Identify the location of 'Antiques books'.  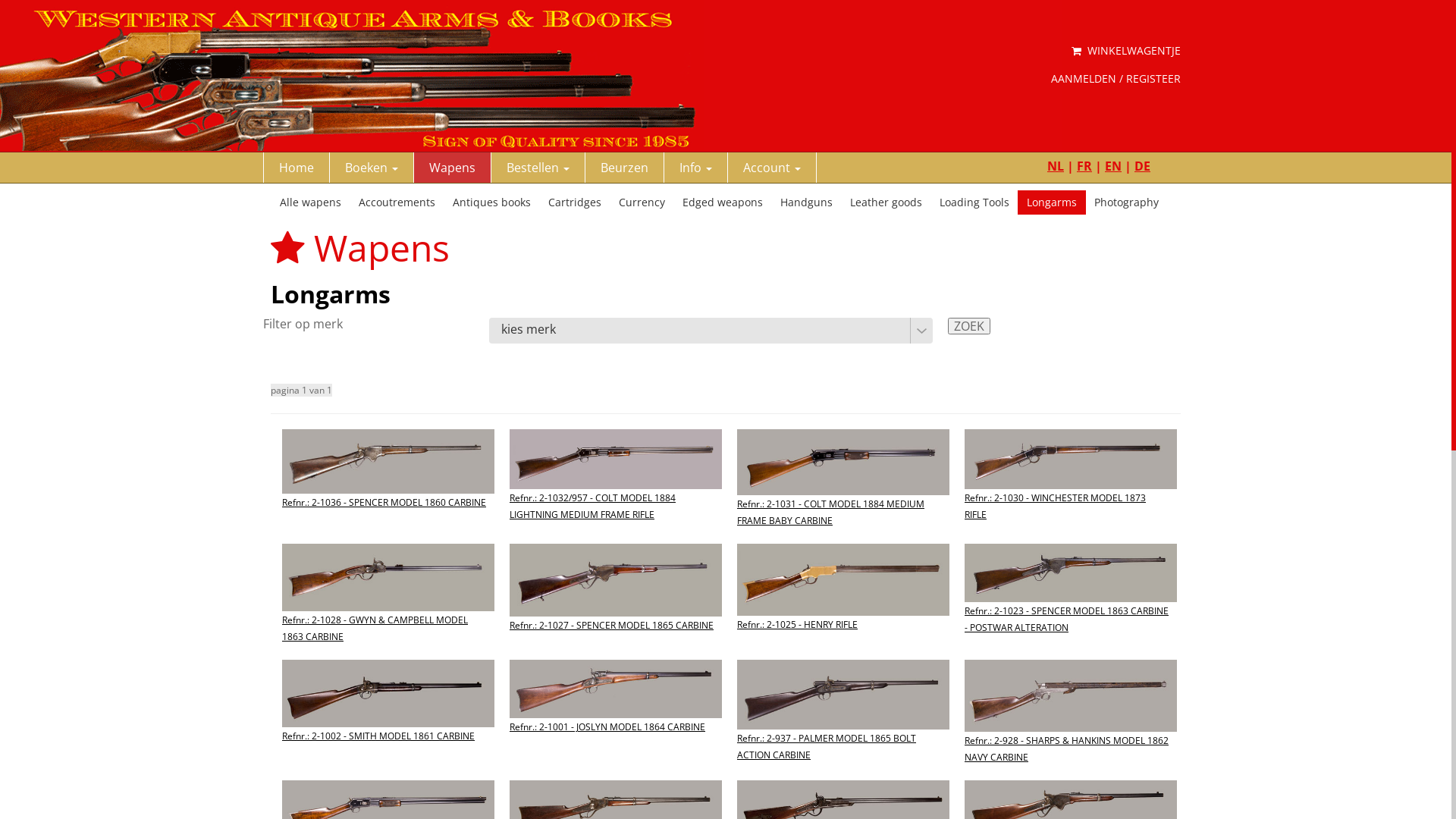
(491, 201).